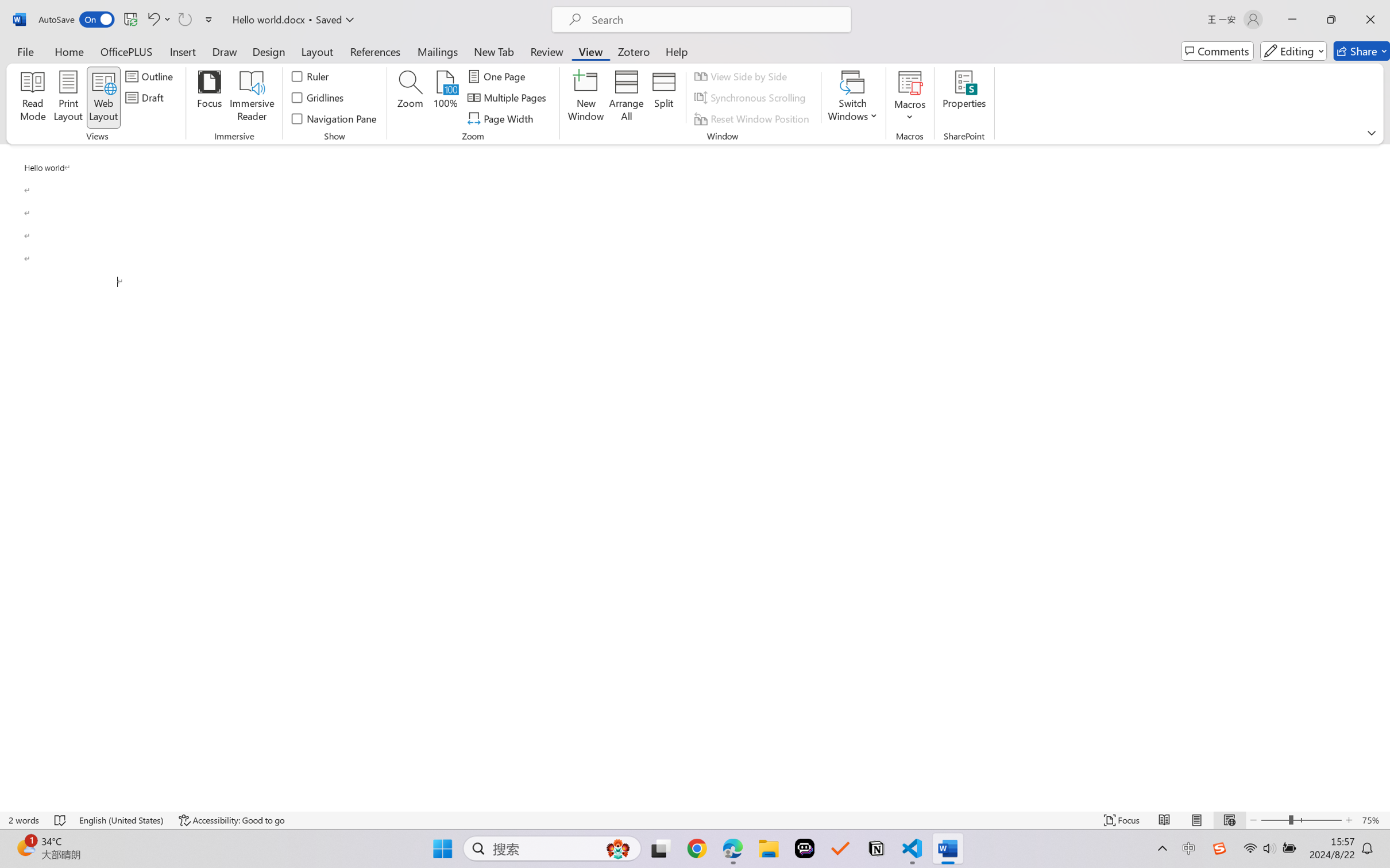 Image resolution: width=1390 pixels, height=868 pixels. Describe the element at coordinates (310, 75) in the screenshot. I see `'Ruler'` at that location.